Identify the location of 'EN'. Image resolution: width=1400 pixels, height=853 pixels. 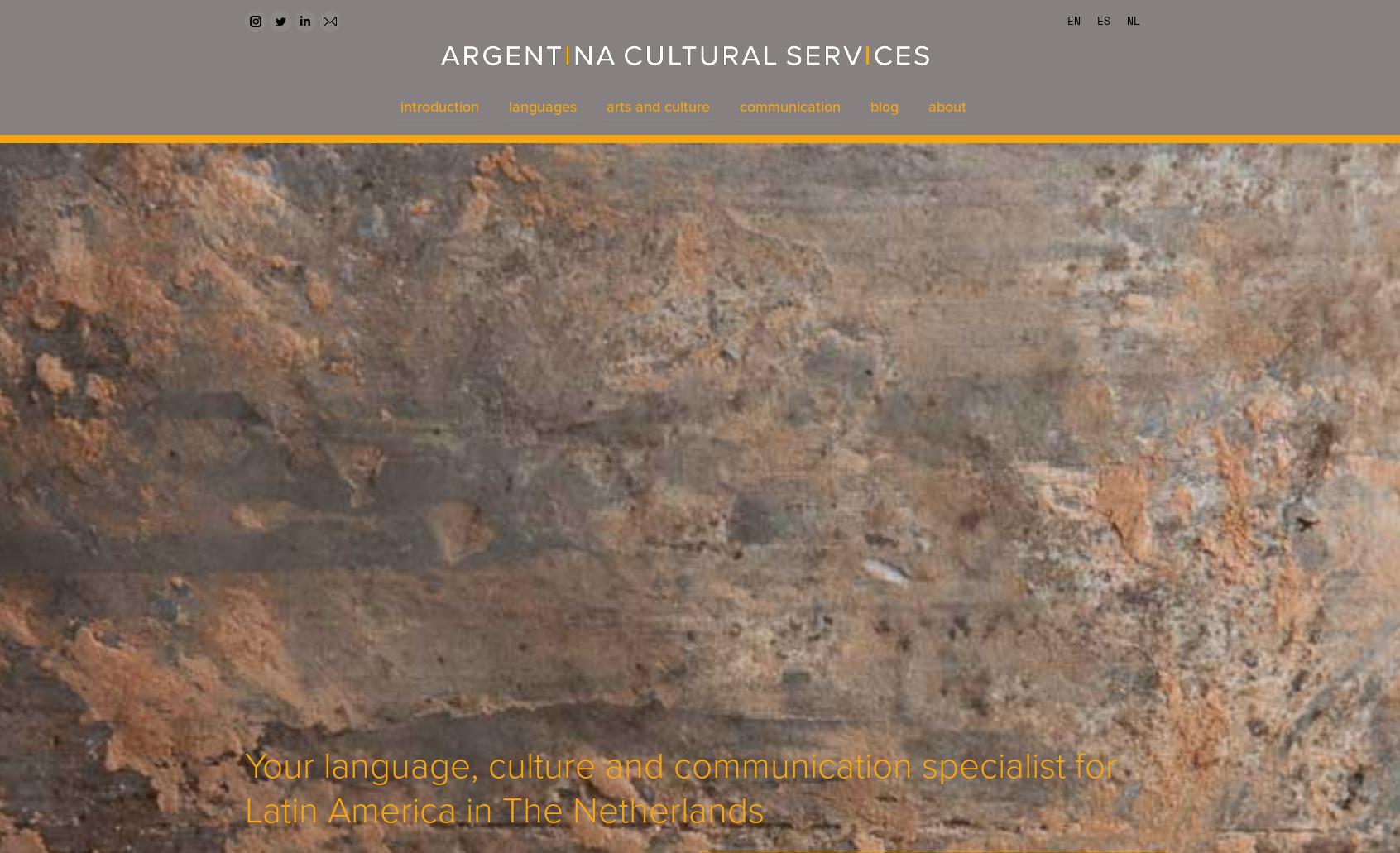
(1072, 20).